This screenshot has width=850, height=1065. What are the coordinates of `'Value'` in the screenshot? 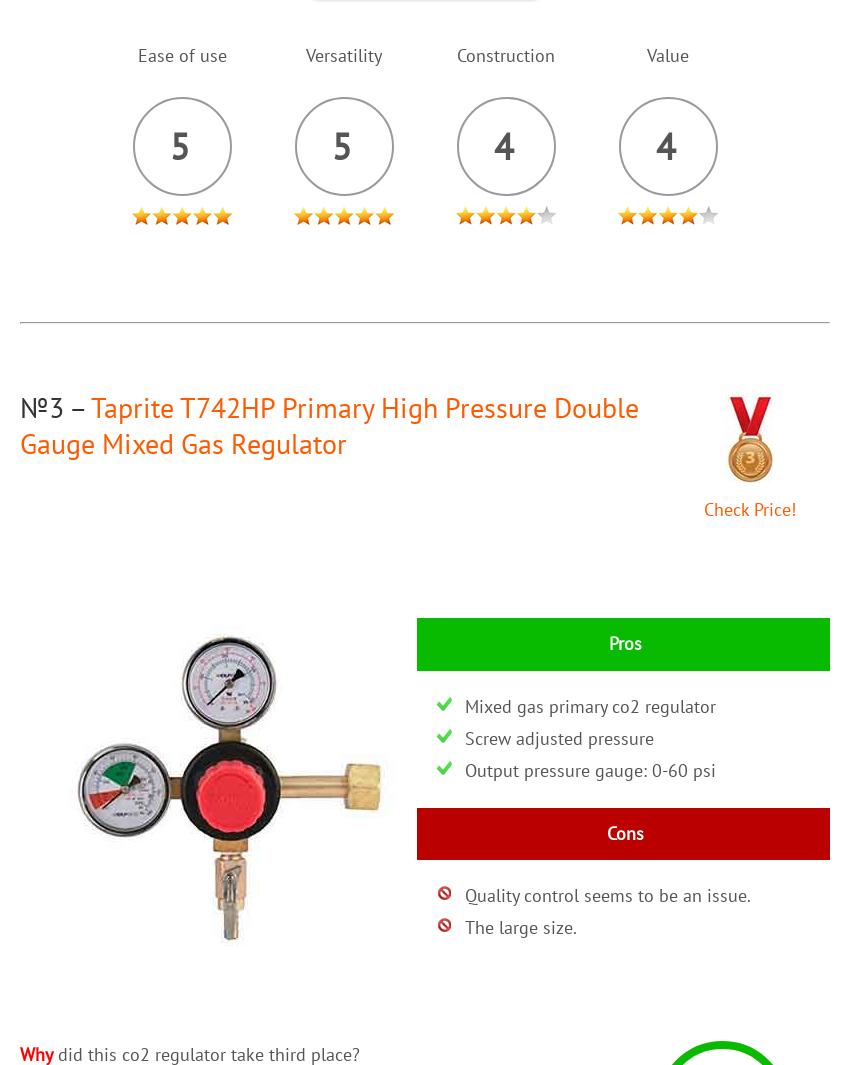 It's located at (668, 54).